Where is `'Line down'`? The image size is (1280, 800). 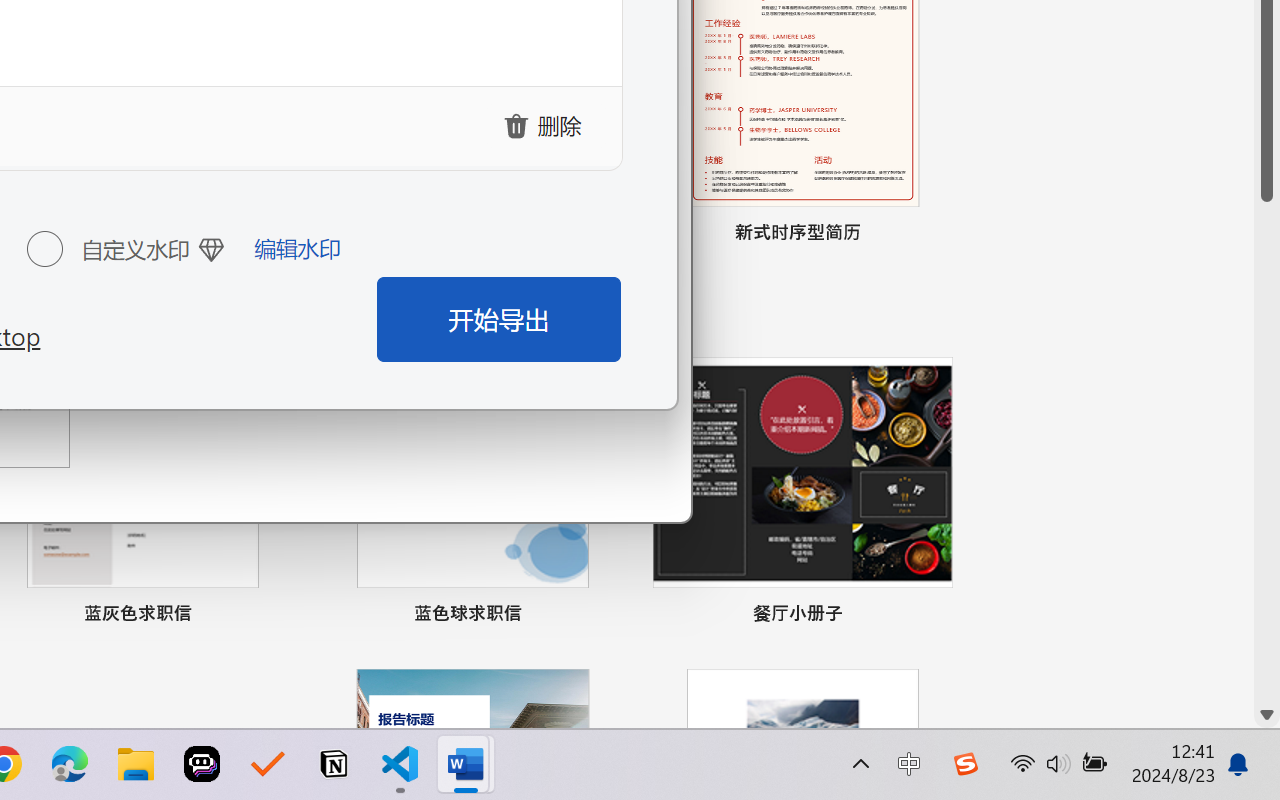 'Line down' is located at coordinates (1266, 714).